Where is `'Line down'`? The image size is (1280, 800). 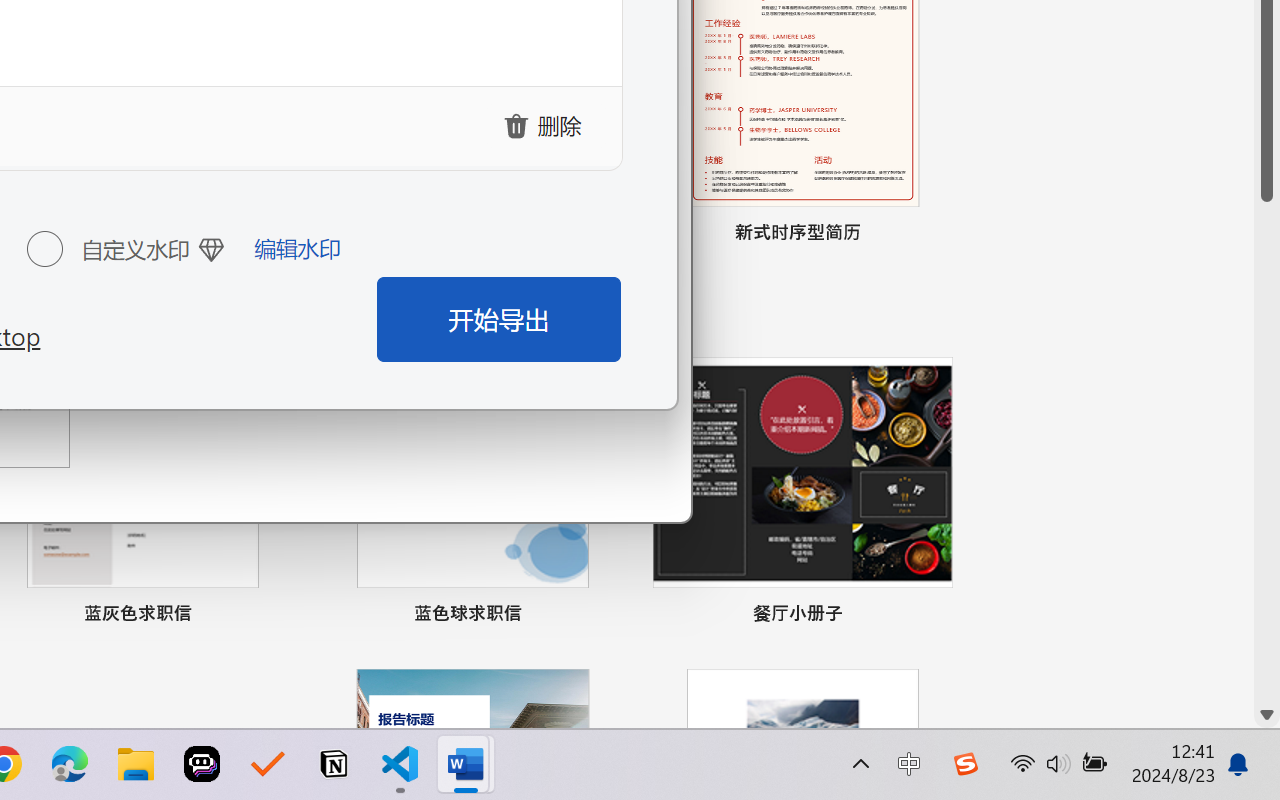 'Line down' is located at coordinates (1266, 714).